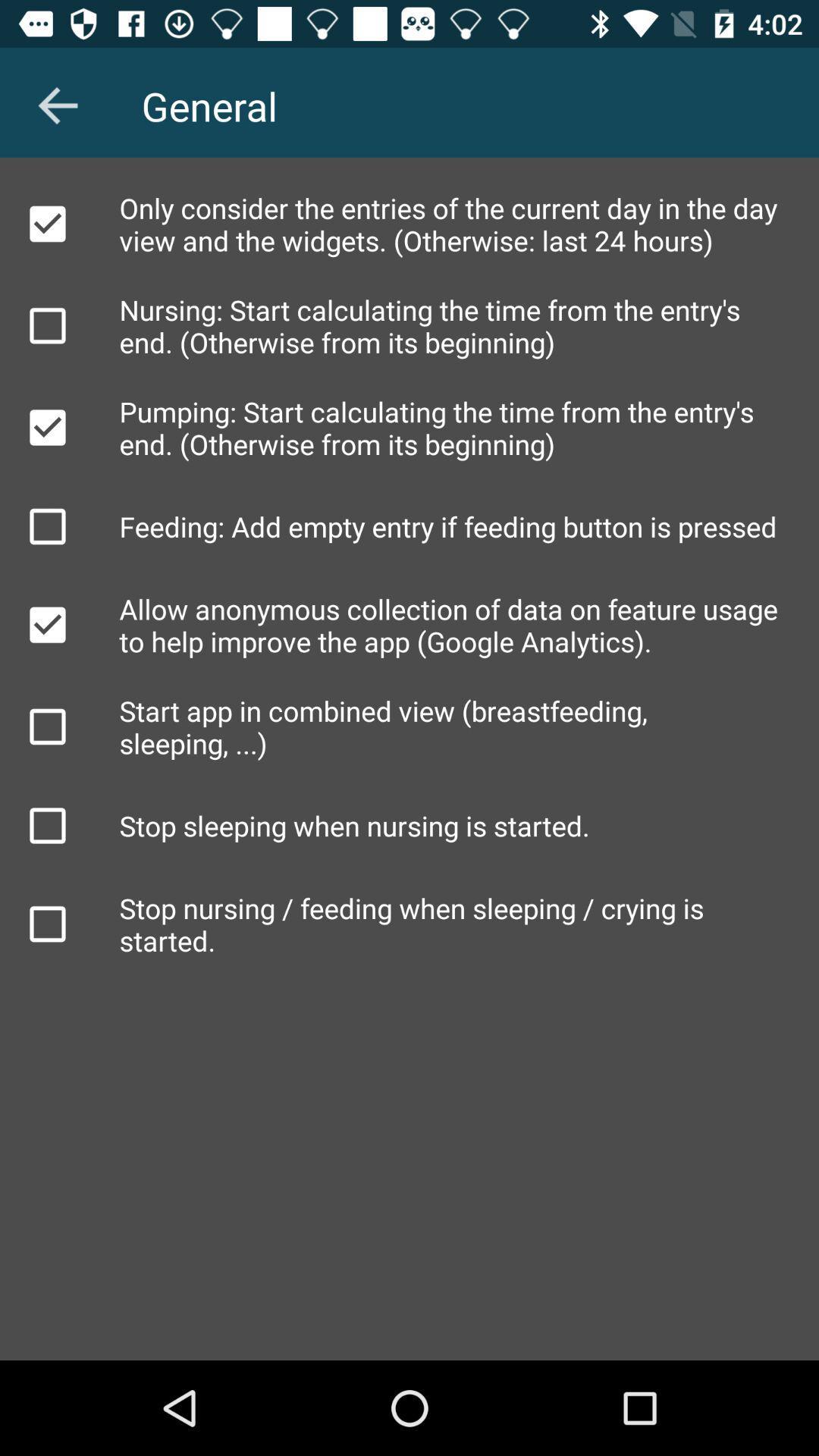 The image size is (819, 1456). What do you see at coordinates (46, 825) in the screenshot?
I see `to select` at bounding box center [46, 825].